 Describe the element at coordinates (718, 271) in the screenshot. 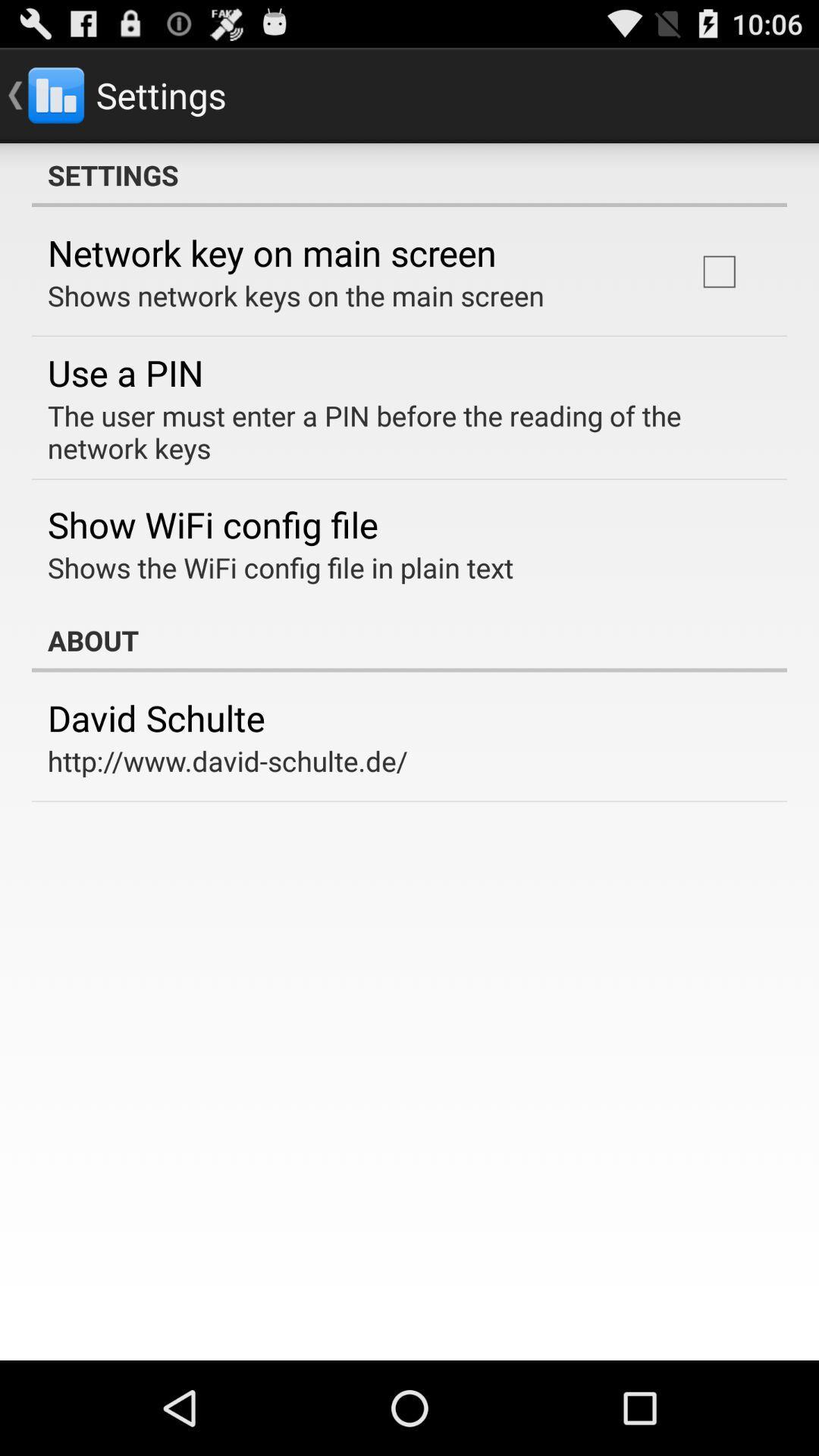

I see `icon above the the user must app` at that location.